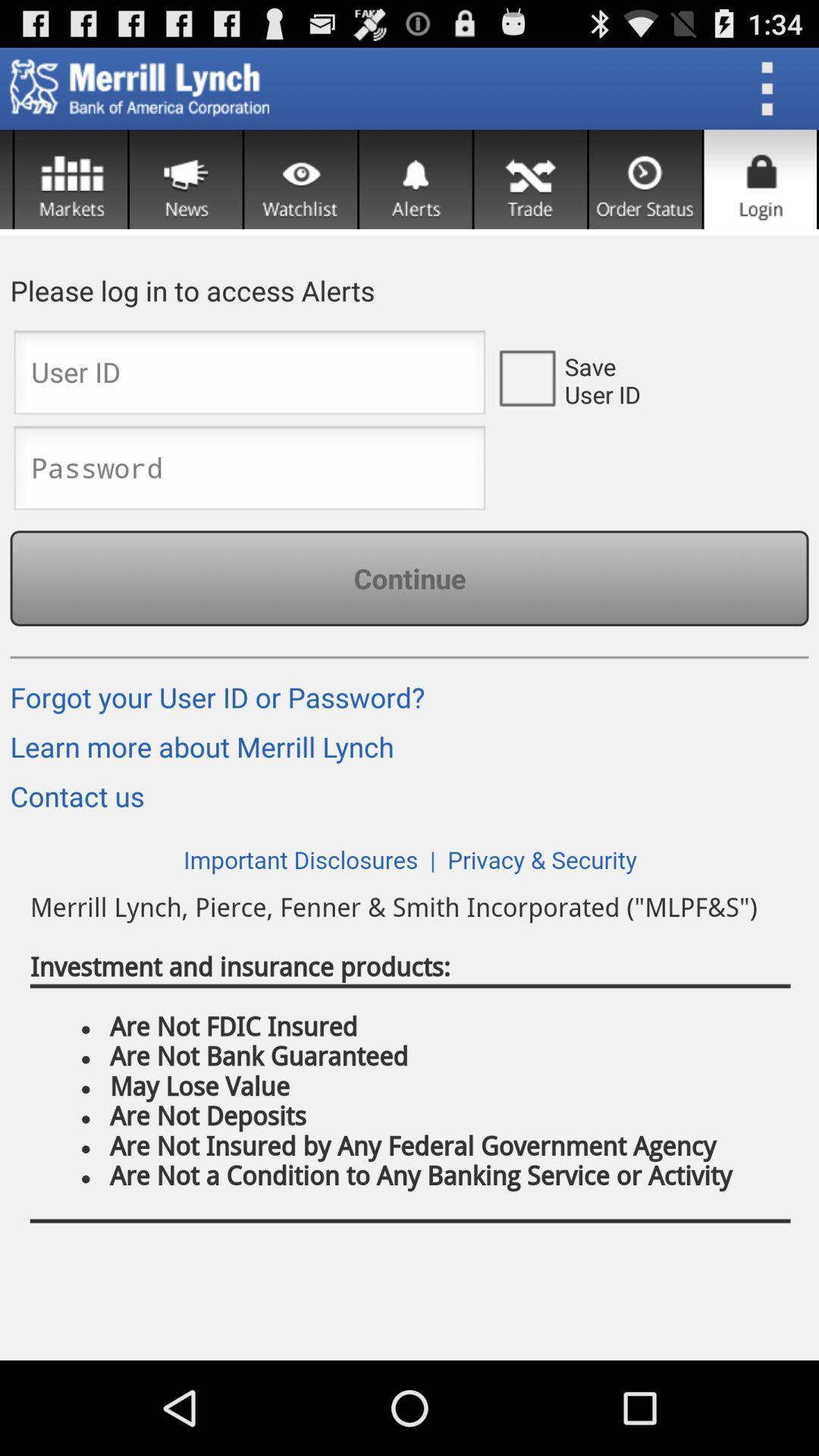 The height and width of the screenshot is (1456, 819). What do you see at coordinates (526, 377) in the screenshot?
I see `the box is beside to saver user id` at bounding box center [526, 377].